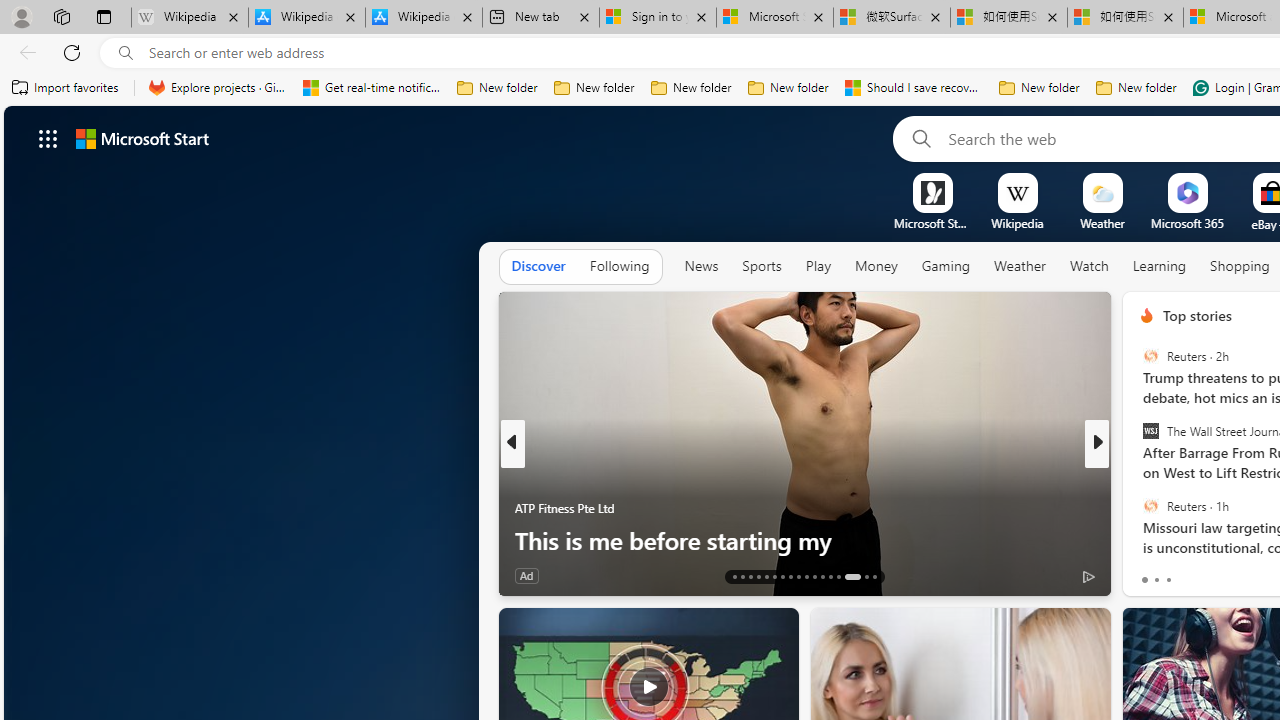 The width and height of the screenshot is (1280, 720). What do you see at coordinates (839, 577) in the screenshot?
I see `'AutomationID: tab-26'` at bounding box center [839, 577].